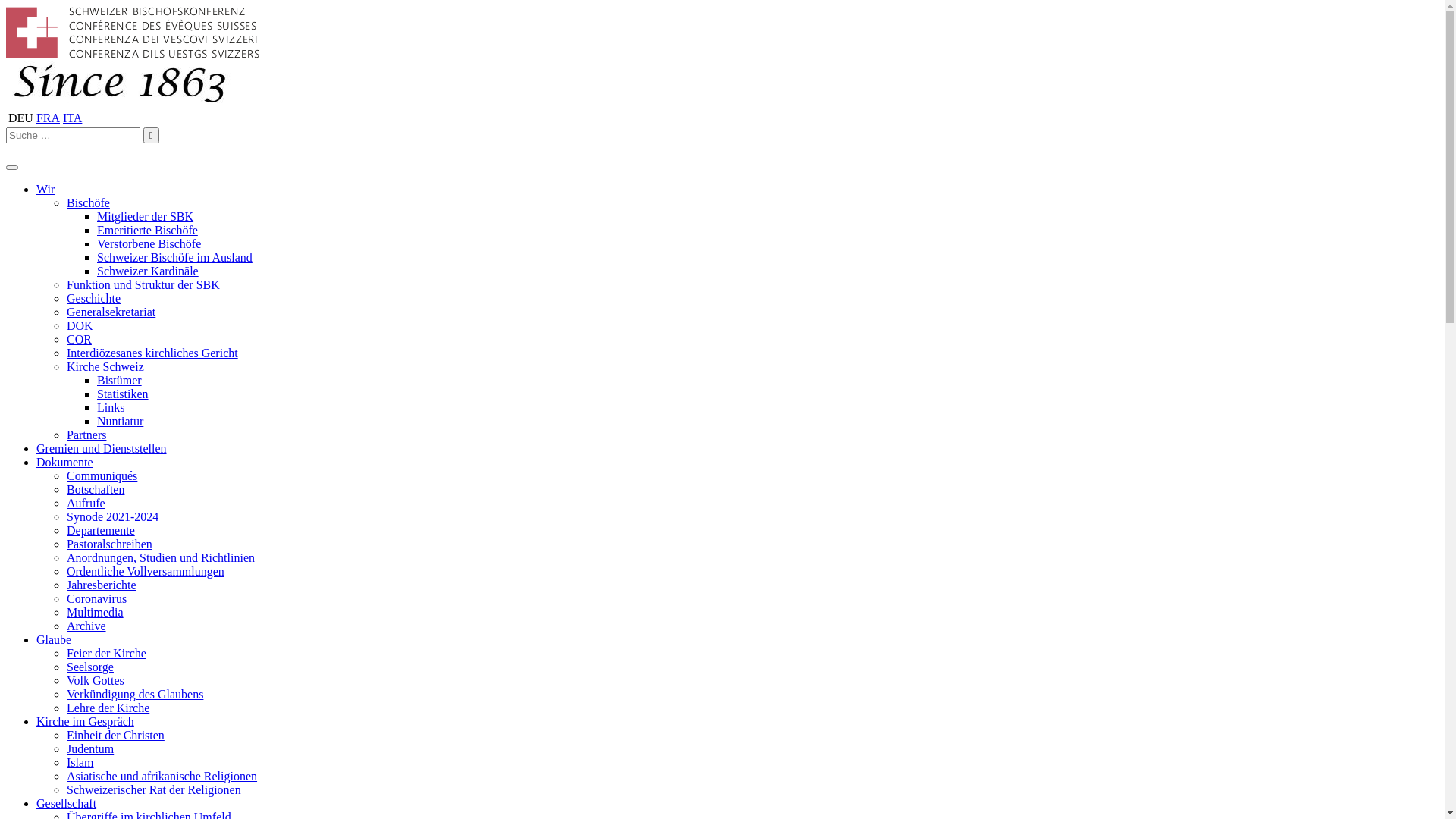 This screenshot has width=1456, height=819. I want to click on 'Nuntiatur', so click(119, 421).